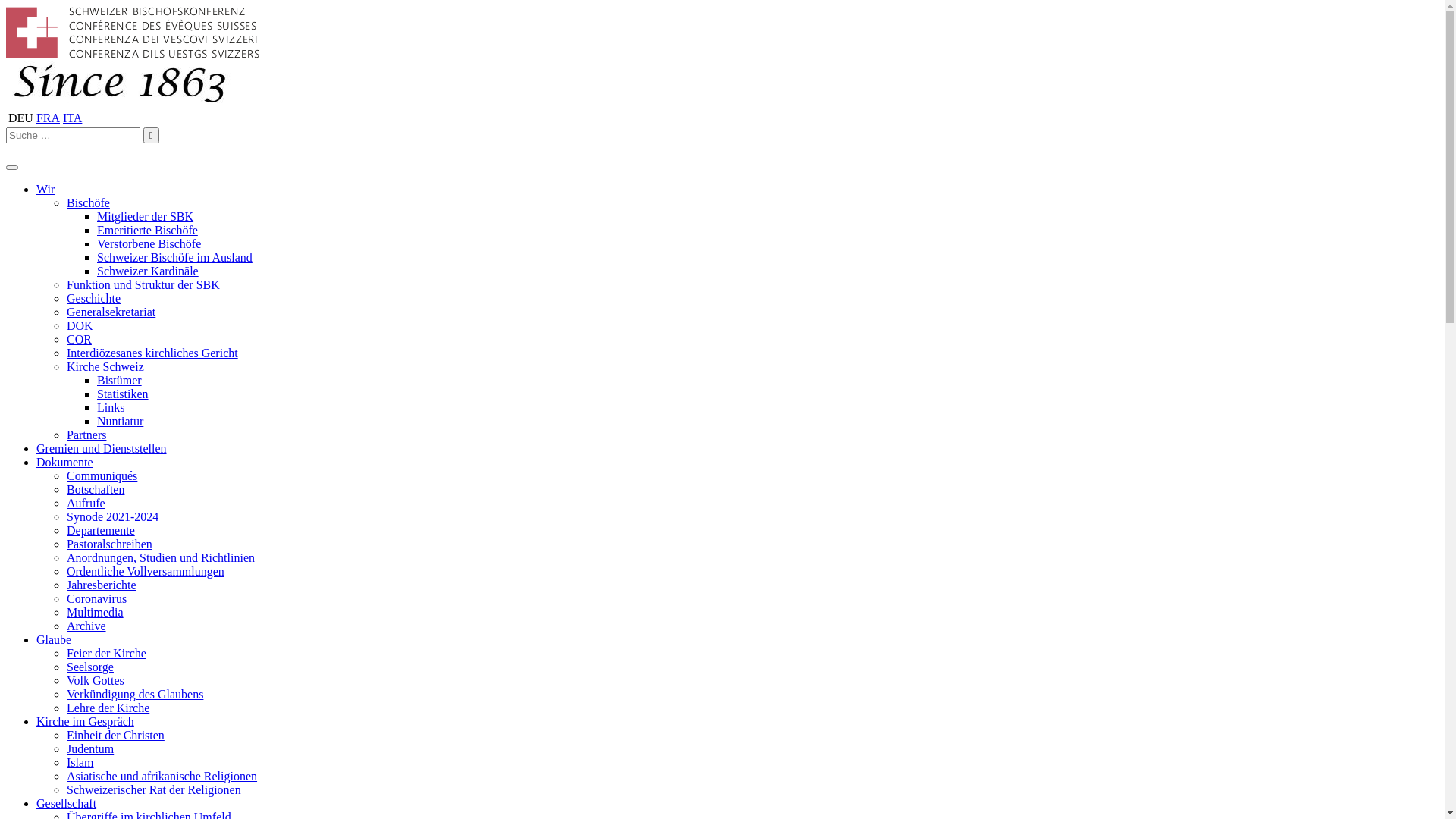 This screenshot has width=1456, height=819. I want to click on 'Nuntiatur', so click(119, 421).